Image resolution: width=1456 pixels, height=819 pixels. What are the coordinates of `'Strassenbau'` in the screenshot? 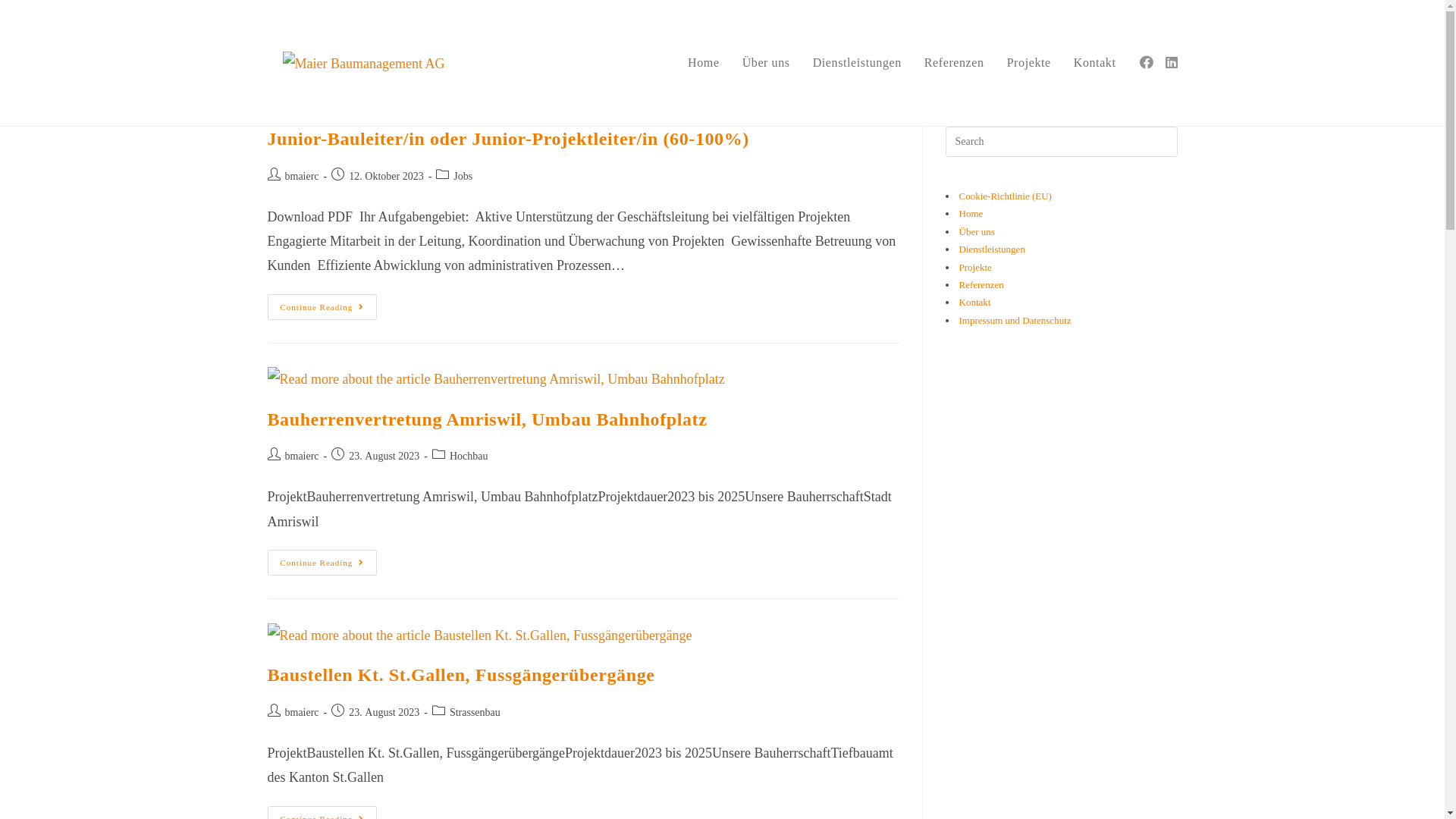 It's located at (449, 712).